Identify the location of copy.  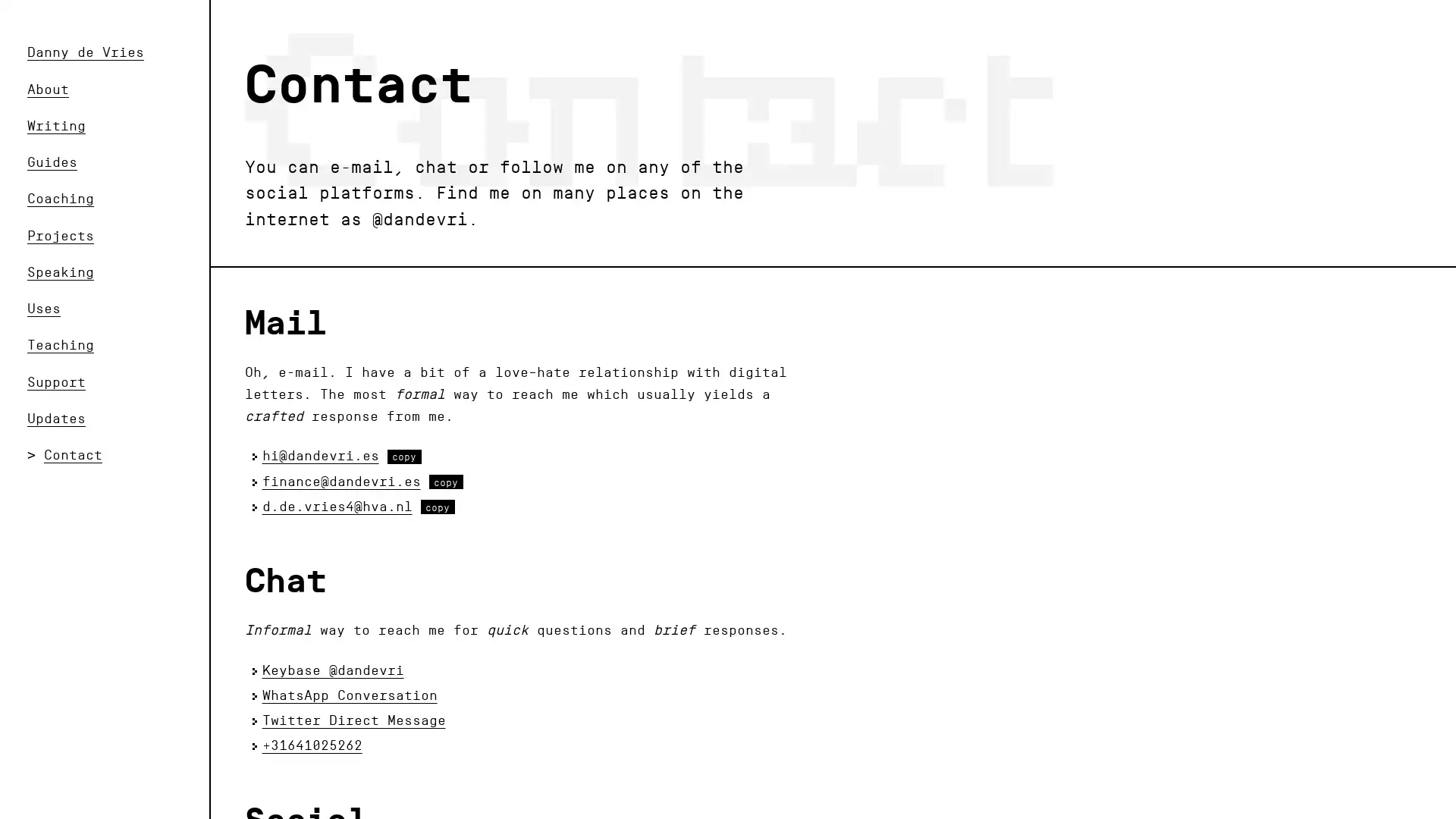
(436, 506).